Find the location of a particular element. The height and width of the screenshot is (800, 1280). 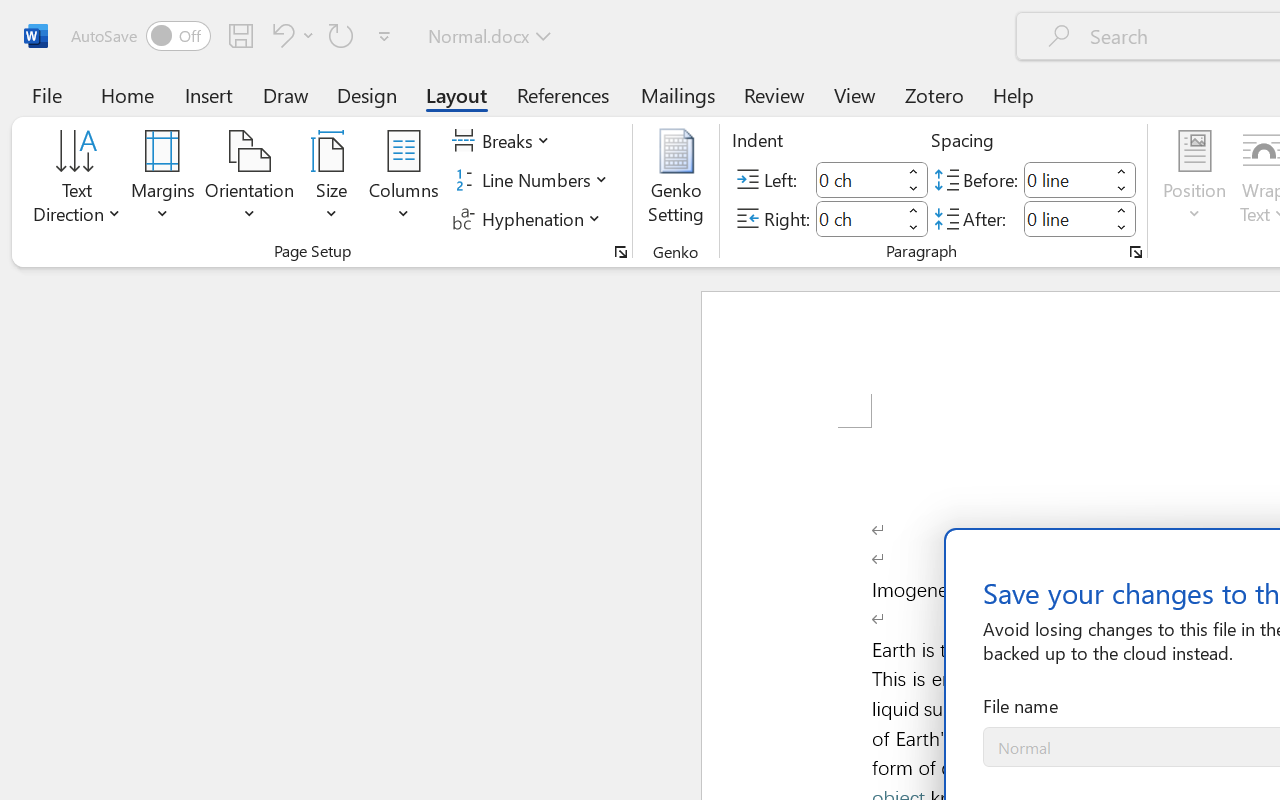

'Position' is located at coordinates (1194, 179).